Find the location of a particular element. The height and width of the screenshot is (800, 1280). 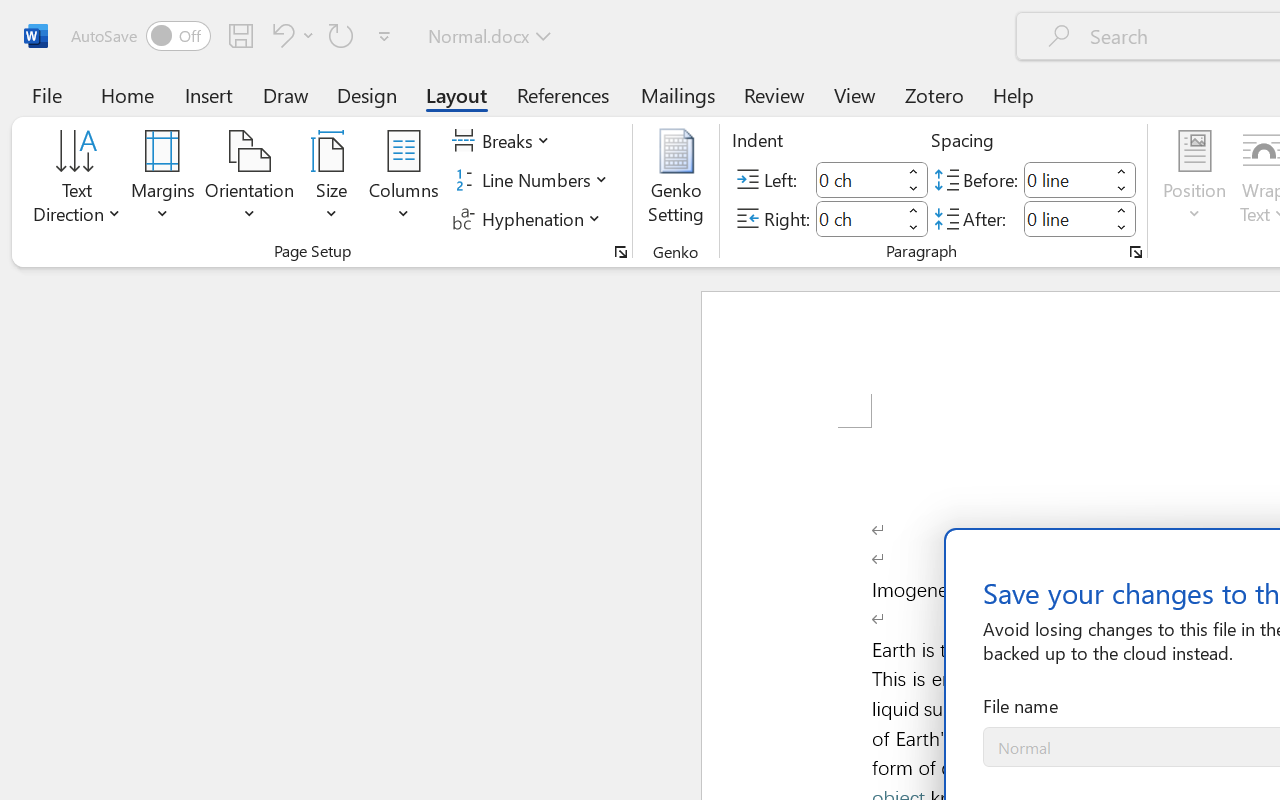

'Position' is located at coordinates (1194, 179).